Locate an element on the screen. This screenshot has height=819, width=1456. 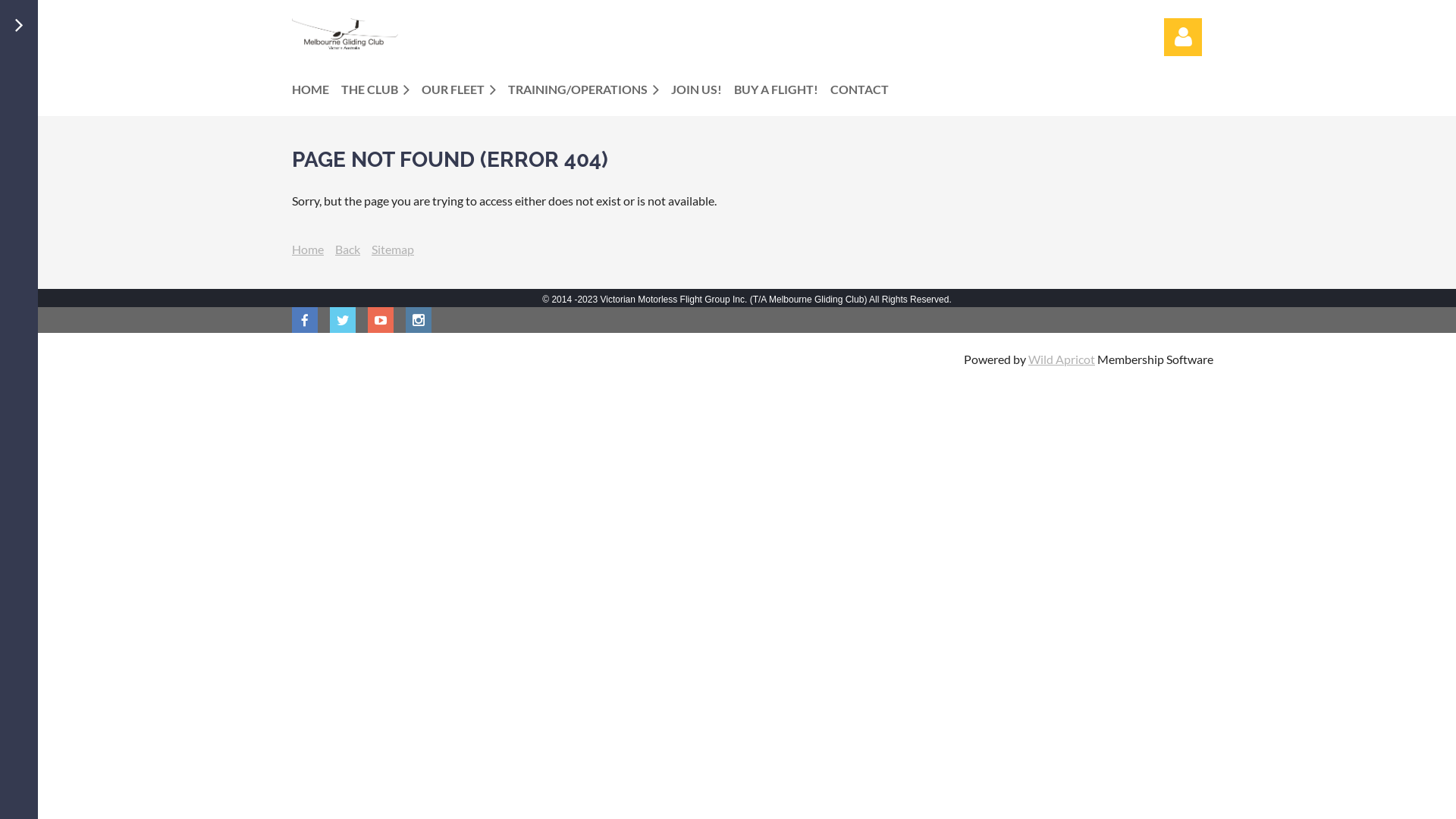
'Home' is located at coordinates (307, 248).